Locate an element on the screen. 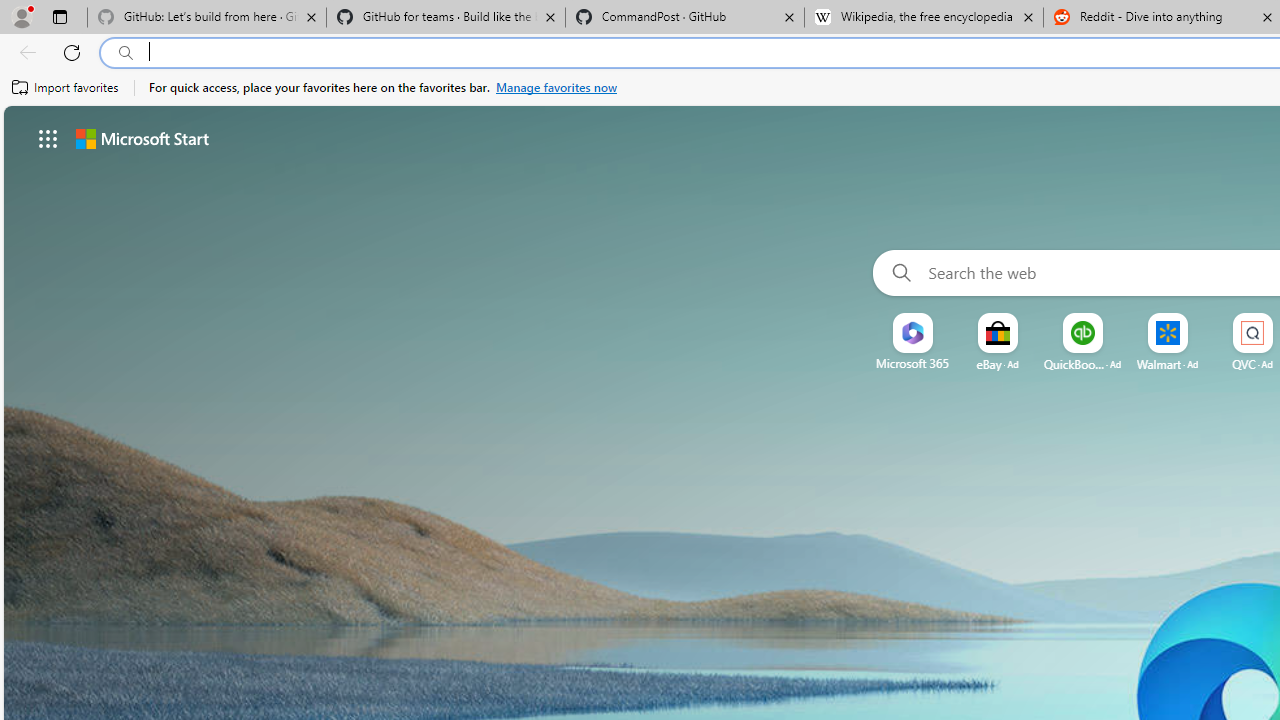 The width and height of the screenshot is (1280, 720). 'Manage favorites now' is located at coordinates (556, 87).